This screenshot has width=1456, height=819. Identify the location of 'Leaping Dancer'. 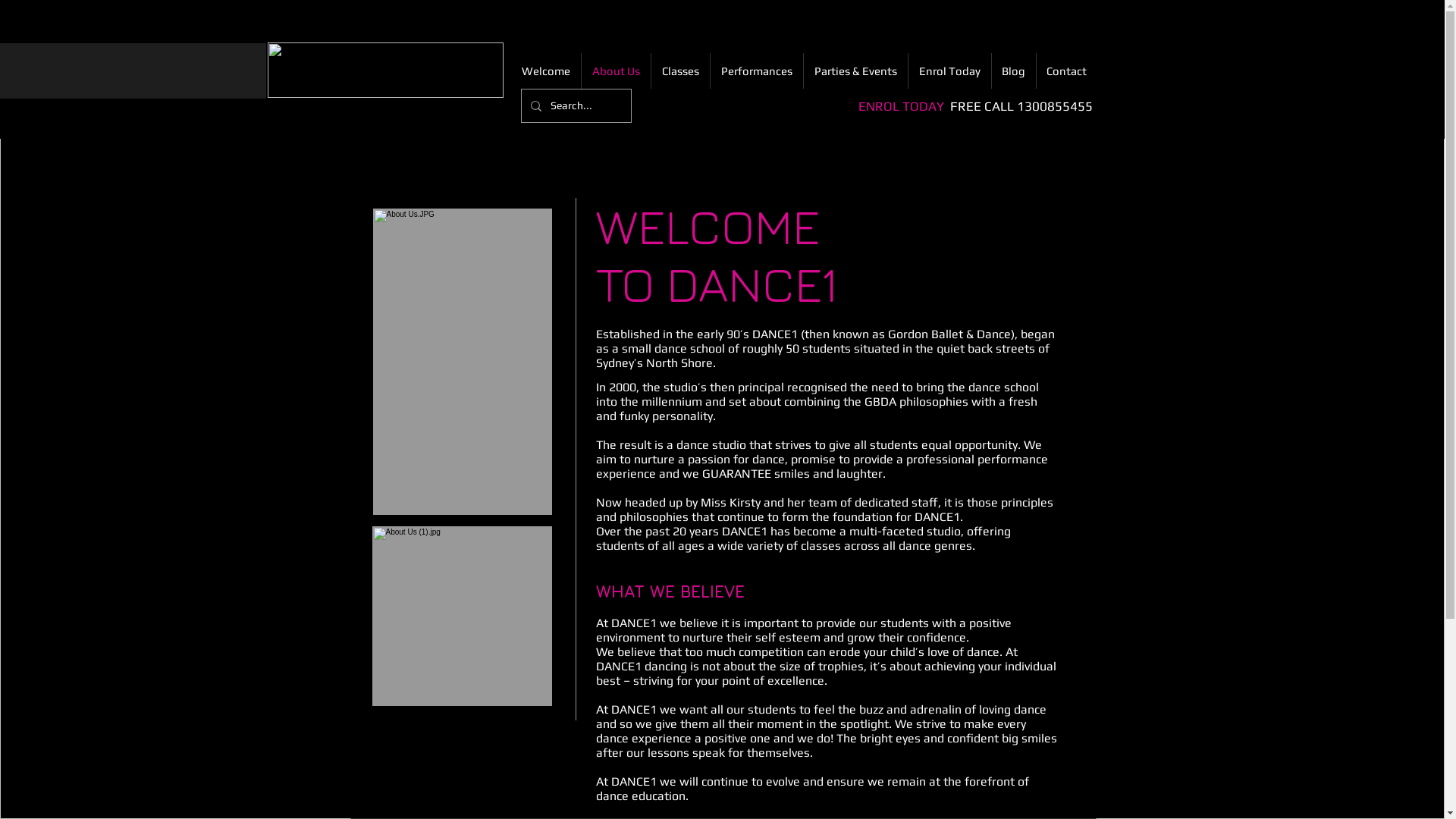
(461, 362).